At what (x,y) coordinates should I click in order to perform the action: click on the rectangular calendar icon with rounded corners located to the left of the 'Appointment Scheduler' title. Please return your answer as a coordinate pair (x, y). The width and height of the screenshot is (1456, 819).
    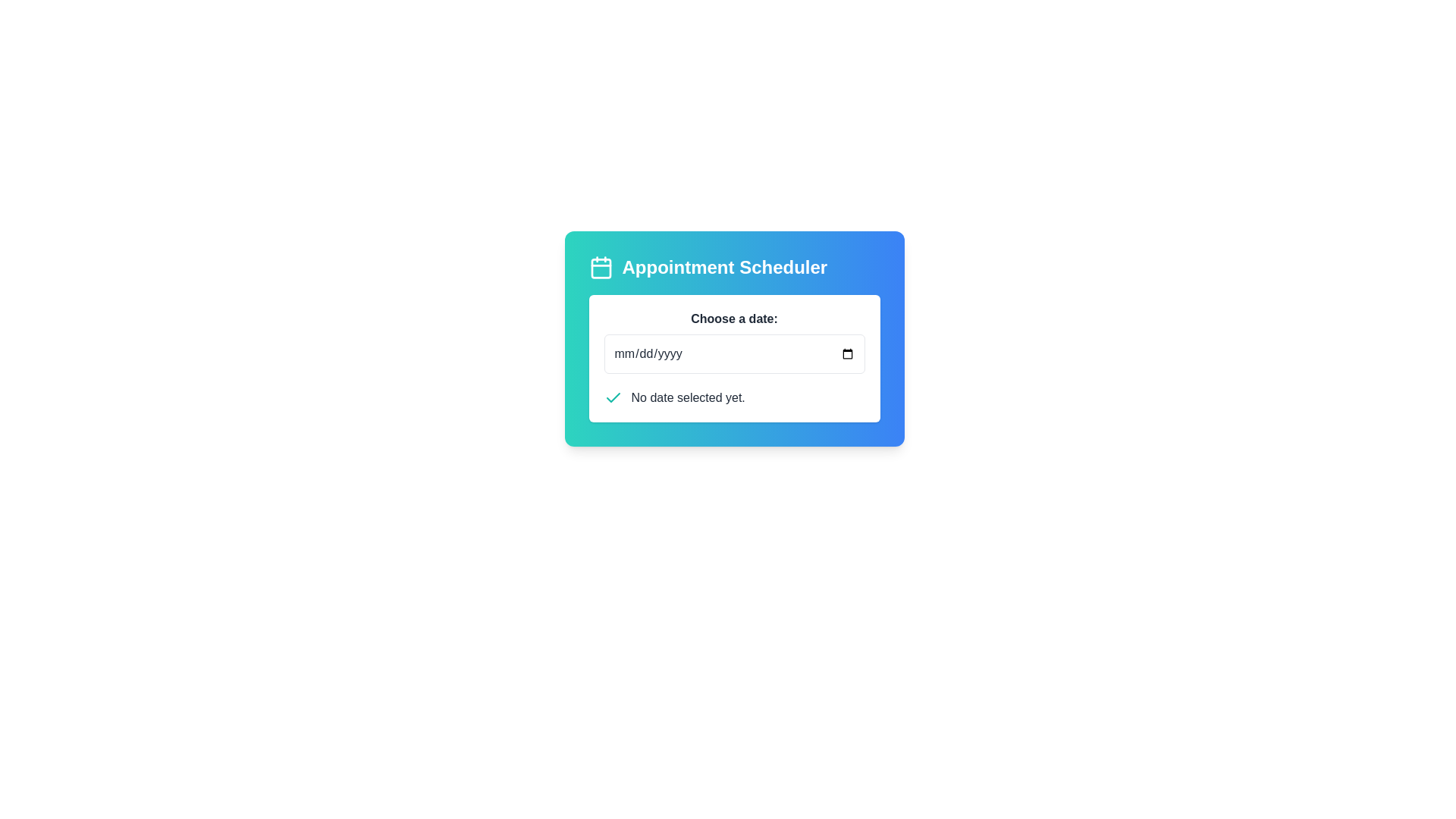
    Looking at the image, I should click on (600, 268).